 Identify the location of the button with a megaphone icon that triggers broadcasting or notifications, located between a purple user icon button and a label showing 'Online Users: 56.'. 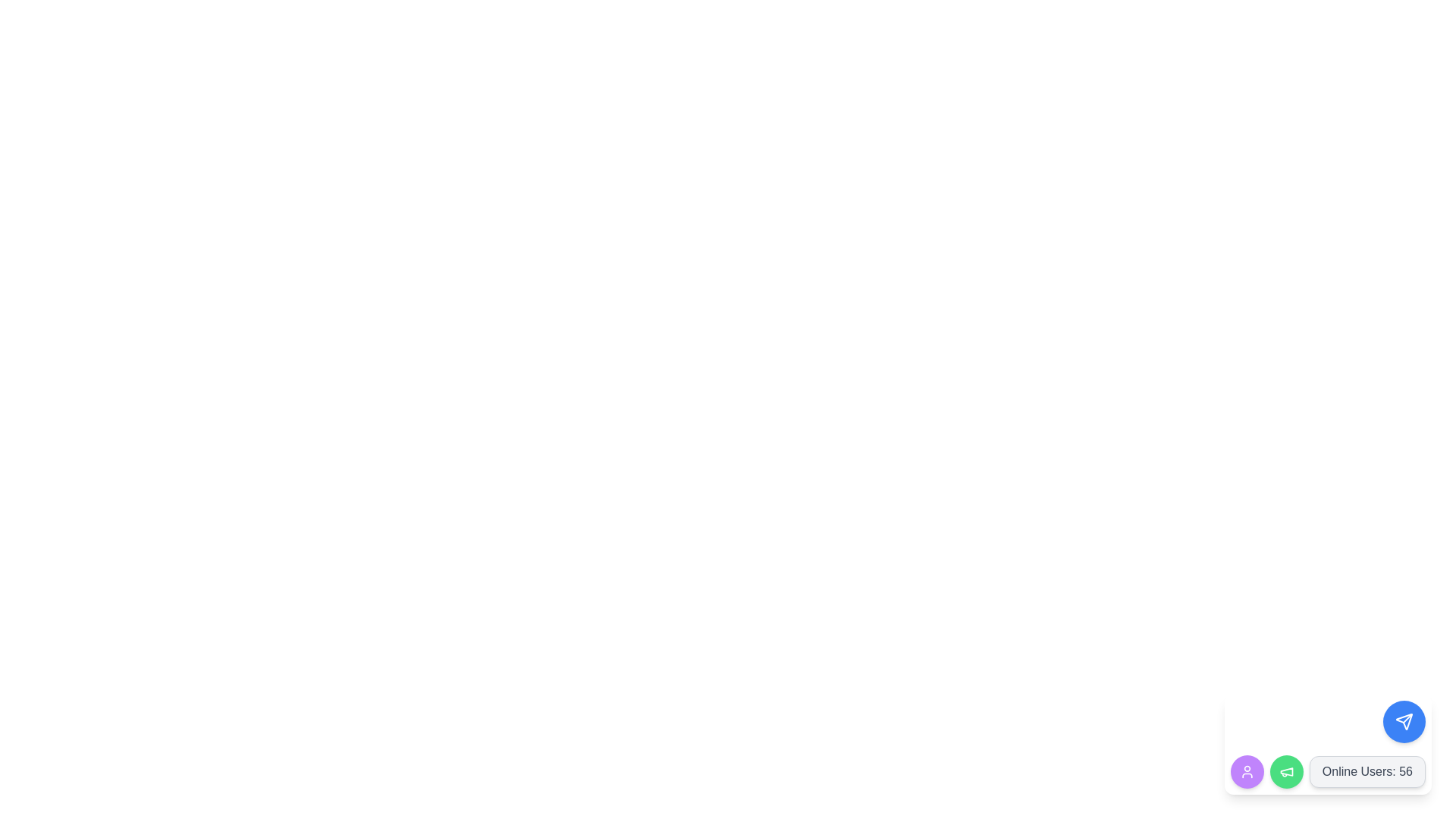
(1285, 772).